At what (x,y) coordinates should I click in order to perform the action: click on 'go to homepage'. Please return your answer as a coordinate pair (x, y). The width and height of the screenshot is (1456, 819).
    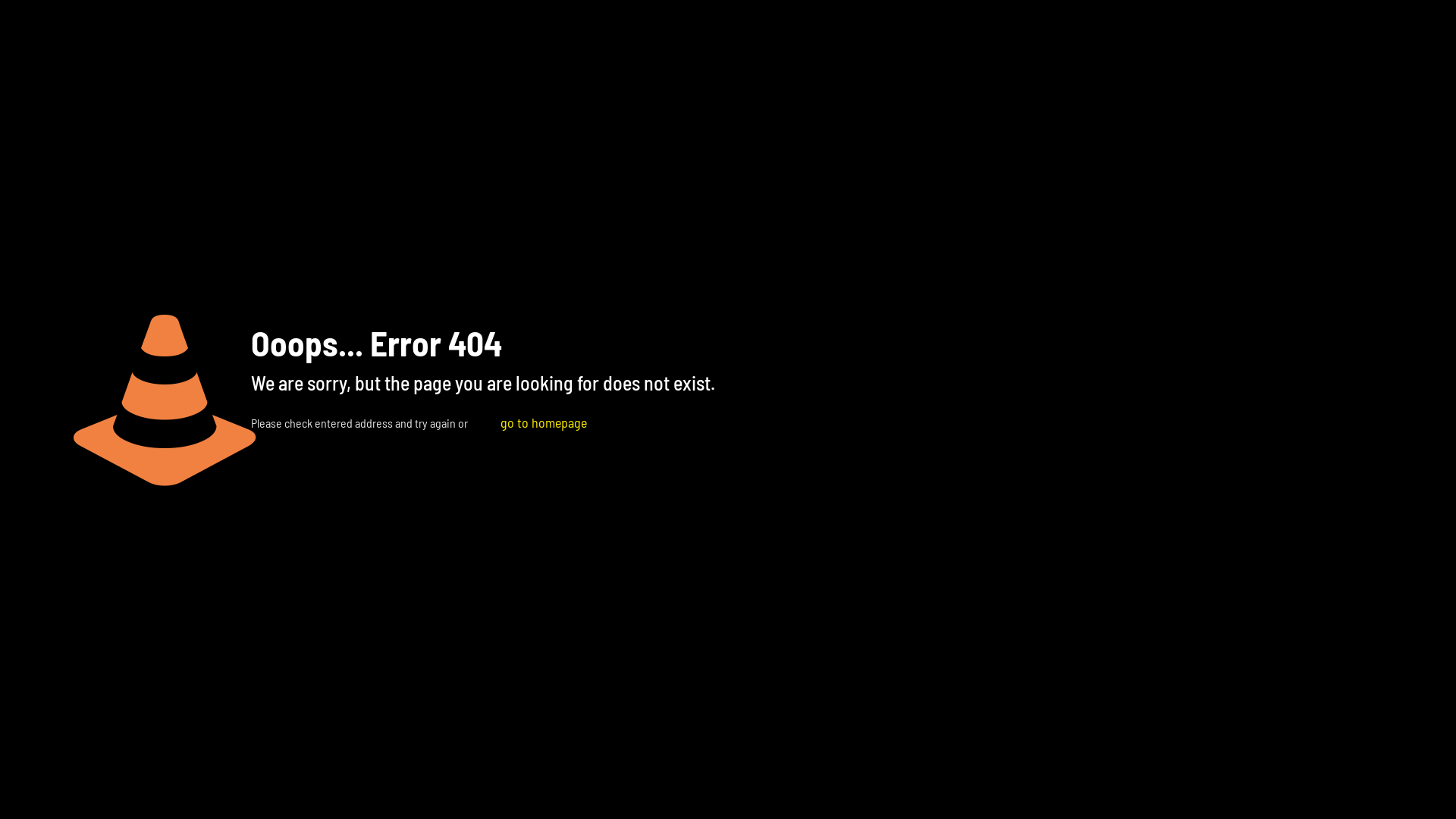
    Looking at the image, I should click on (543, 422).